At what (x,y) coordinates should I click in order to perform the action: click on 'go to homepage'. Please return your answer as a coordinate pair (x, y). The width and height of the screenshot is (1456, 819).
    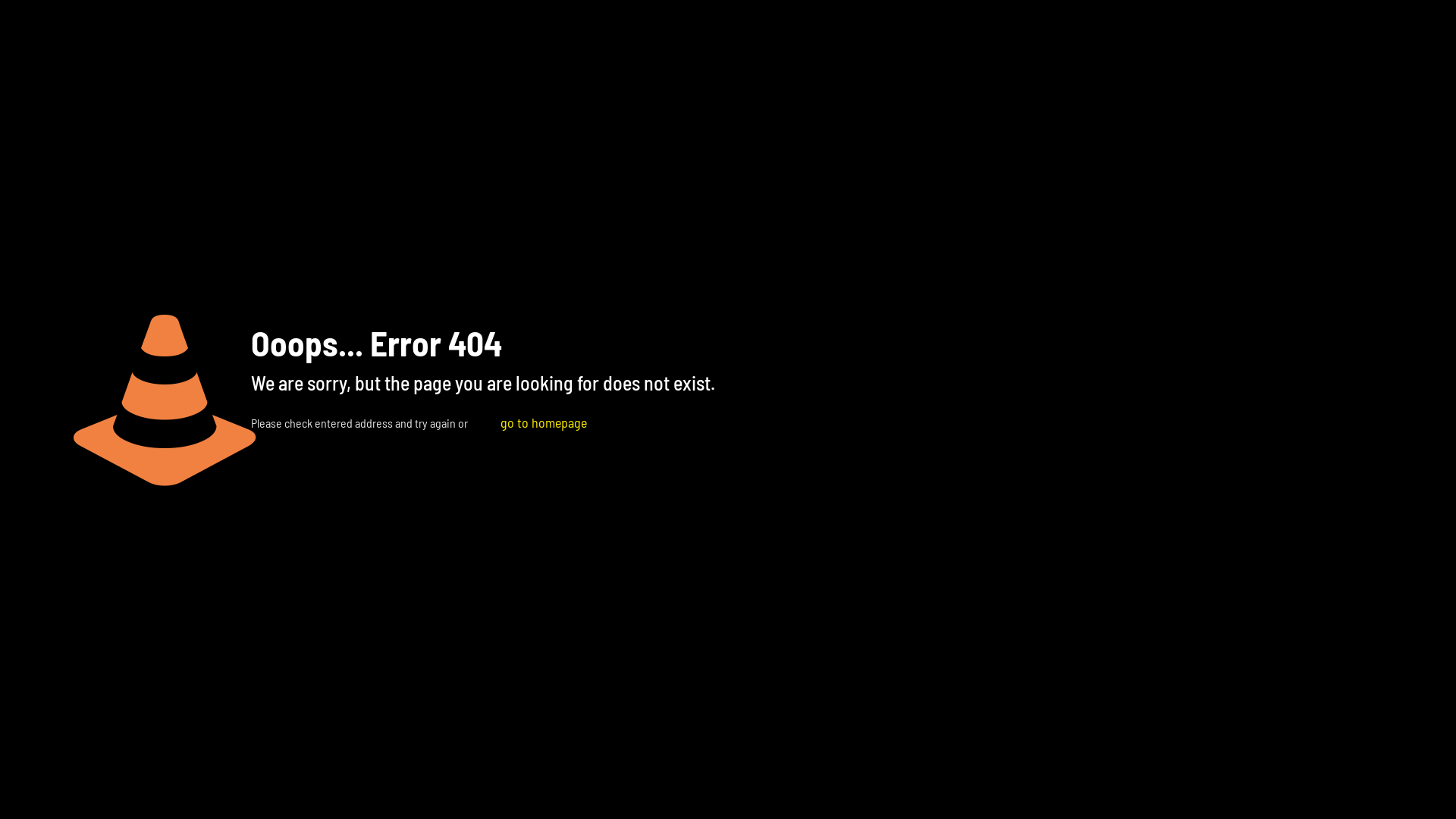
    Looking at the image, I should click on (543, 422).